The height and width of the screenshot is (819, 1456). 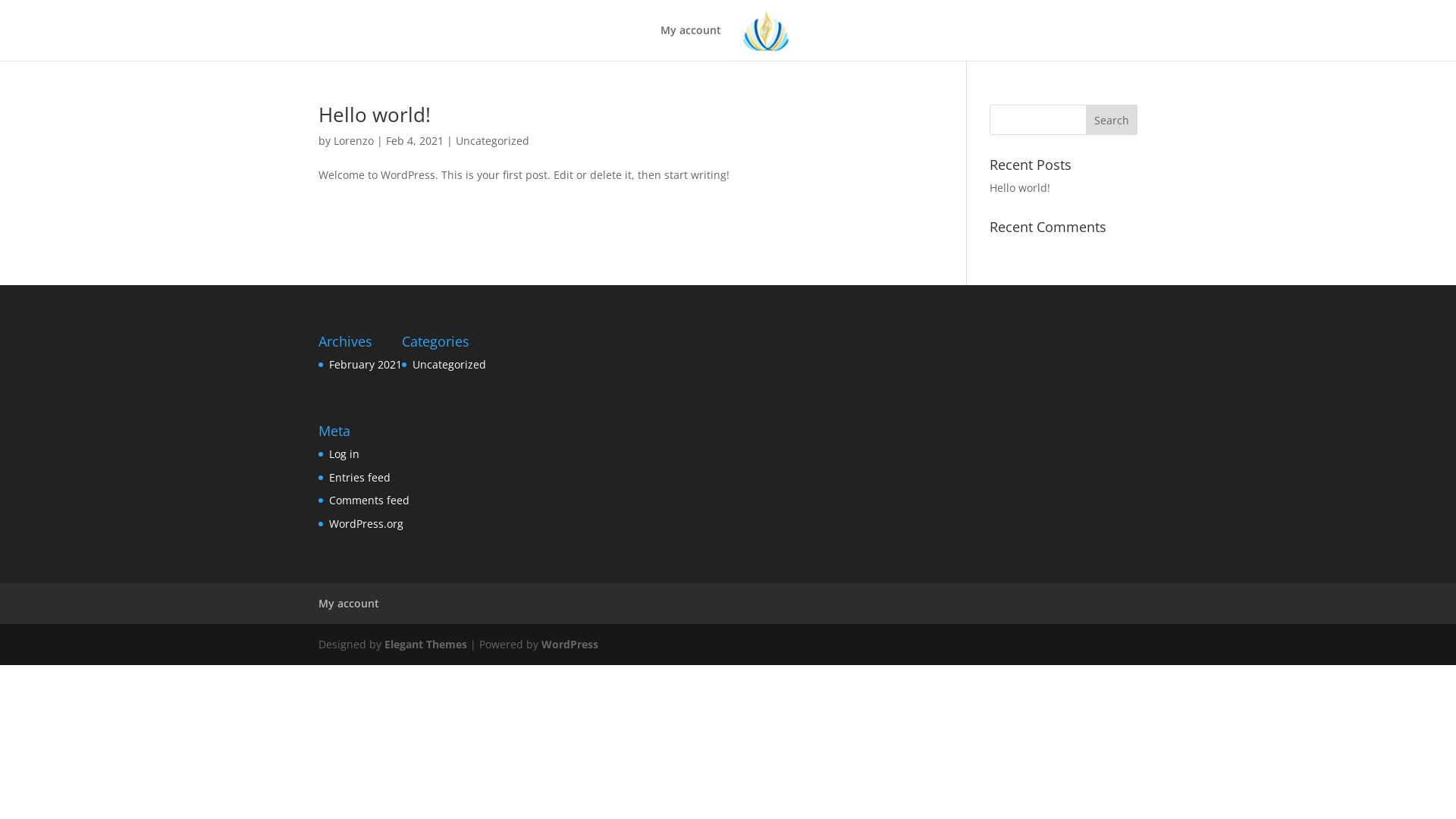 What do you see at coordinates (690, 42) in the screenshot?
I see `'My account'` at bounding box center [690, 42].